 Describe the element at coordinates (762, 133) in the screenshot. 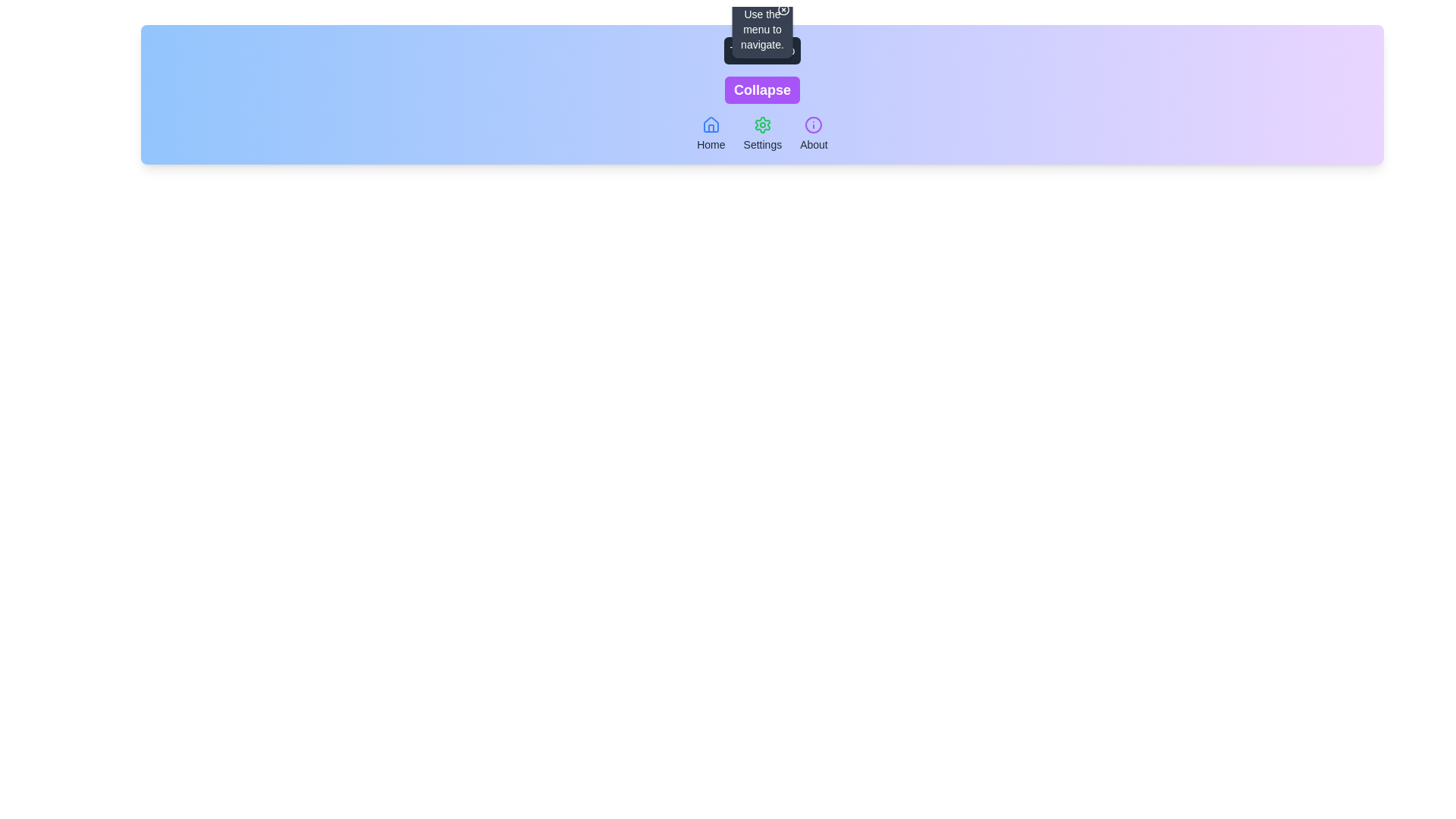

I see `the 'Settings' navigation item located centrally between 'Home' and 'About' in the bottom navigation row` at that location.